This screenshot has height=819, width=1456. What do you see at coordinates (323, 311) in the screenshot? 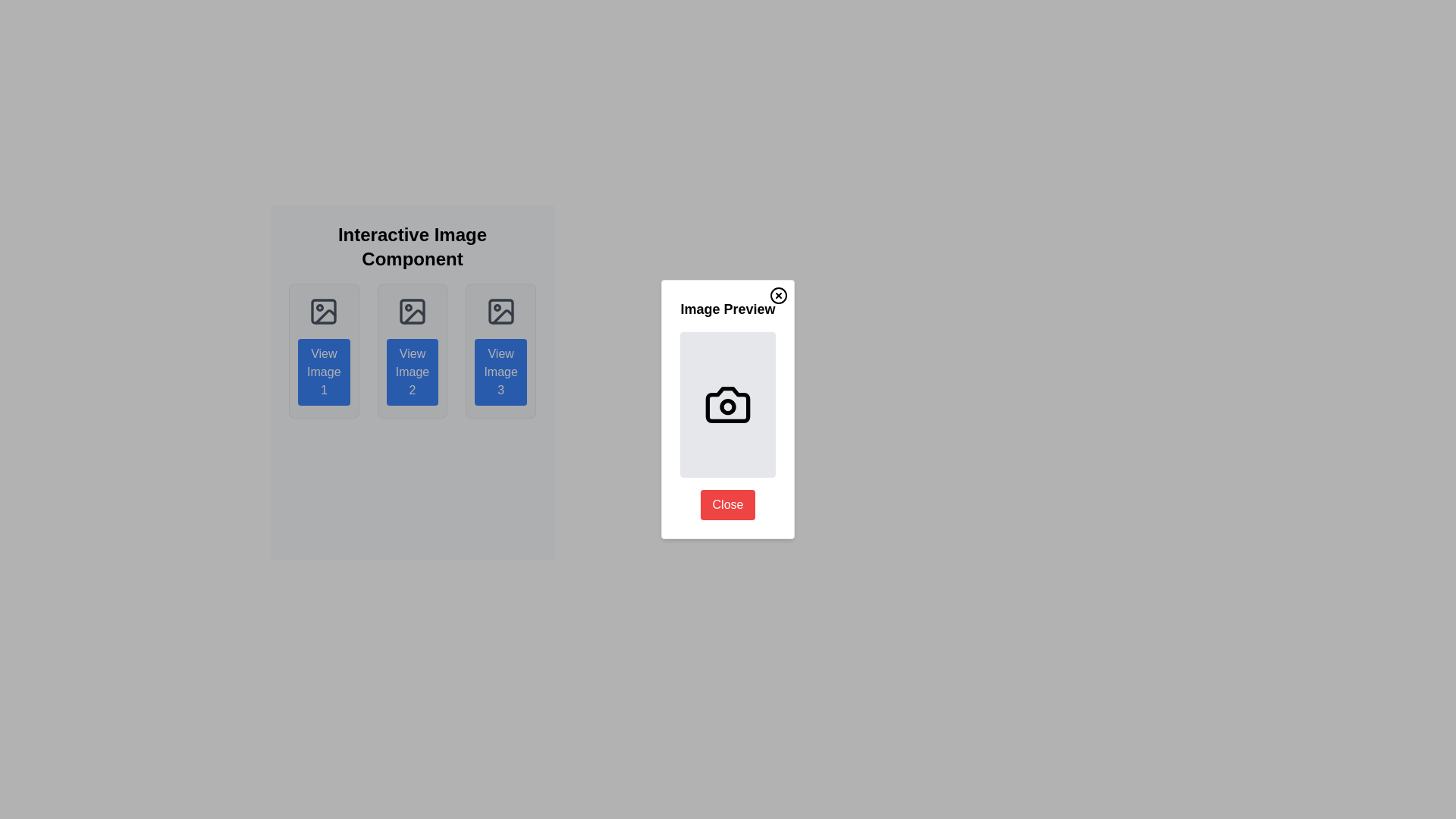
I see `the graphical icon representing an image, styled in a neutral gray tone, located within the 'Interactive Image Component' section, which is the first icon in a row of three similar icons` at bounding box center [323, 311].